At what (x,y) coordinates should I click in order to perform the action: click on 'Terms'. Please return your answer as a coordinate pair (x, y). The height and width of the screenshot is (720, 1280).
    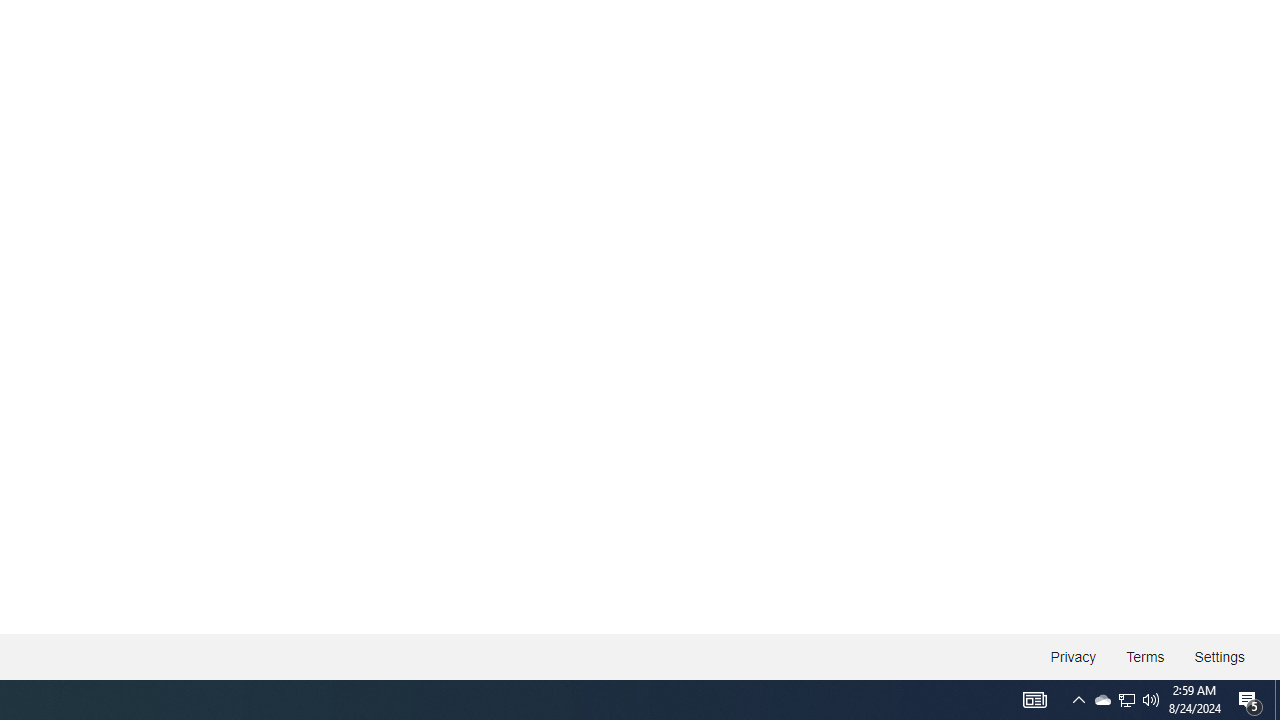
    Looking at the image, I should click on (1145, 657).